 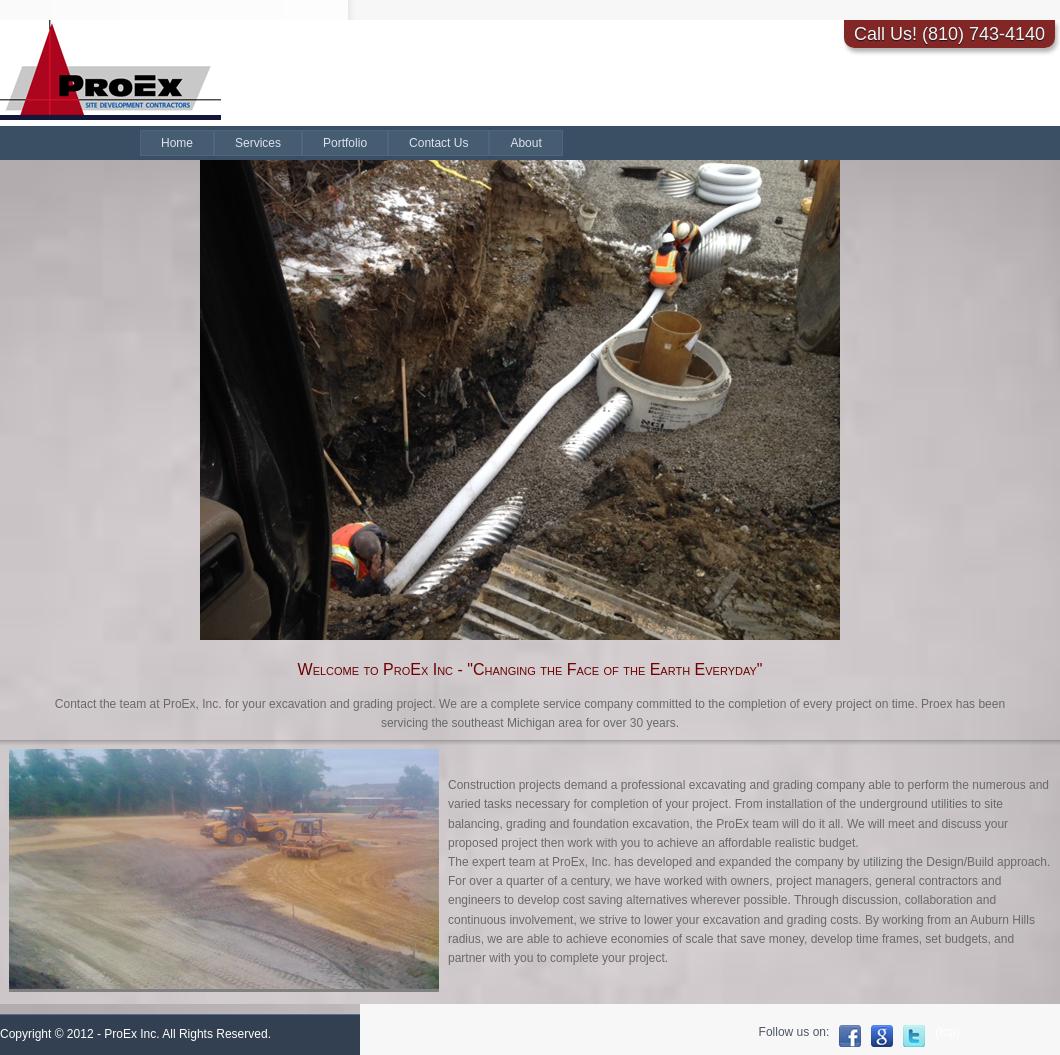 What do you see at coordinates (345, 142) in the screenshot?
I see `'Portfolio'` at bounding box center [345, 142].